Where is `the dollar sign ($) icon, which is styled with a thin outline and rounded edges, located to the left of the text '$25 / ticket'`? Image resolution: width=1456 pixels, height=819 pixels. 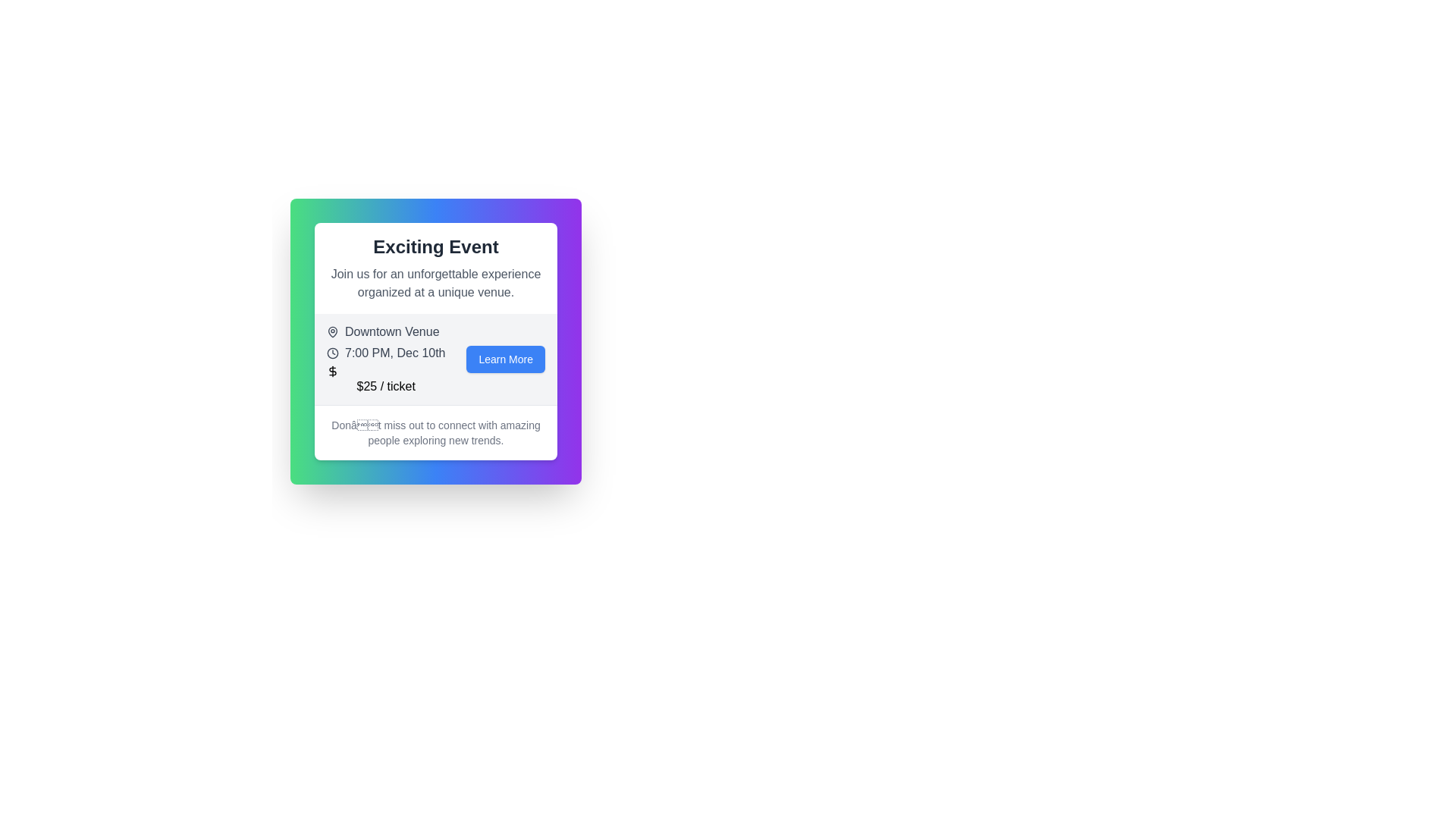 the dollar sign ($) icon, which is styled with a thin outline and rounded edges, located to the left of the text '$25 / ticket' is located at coordinates (331, 371).